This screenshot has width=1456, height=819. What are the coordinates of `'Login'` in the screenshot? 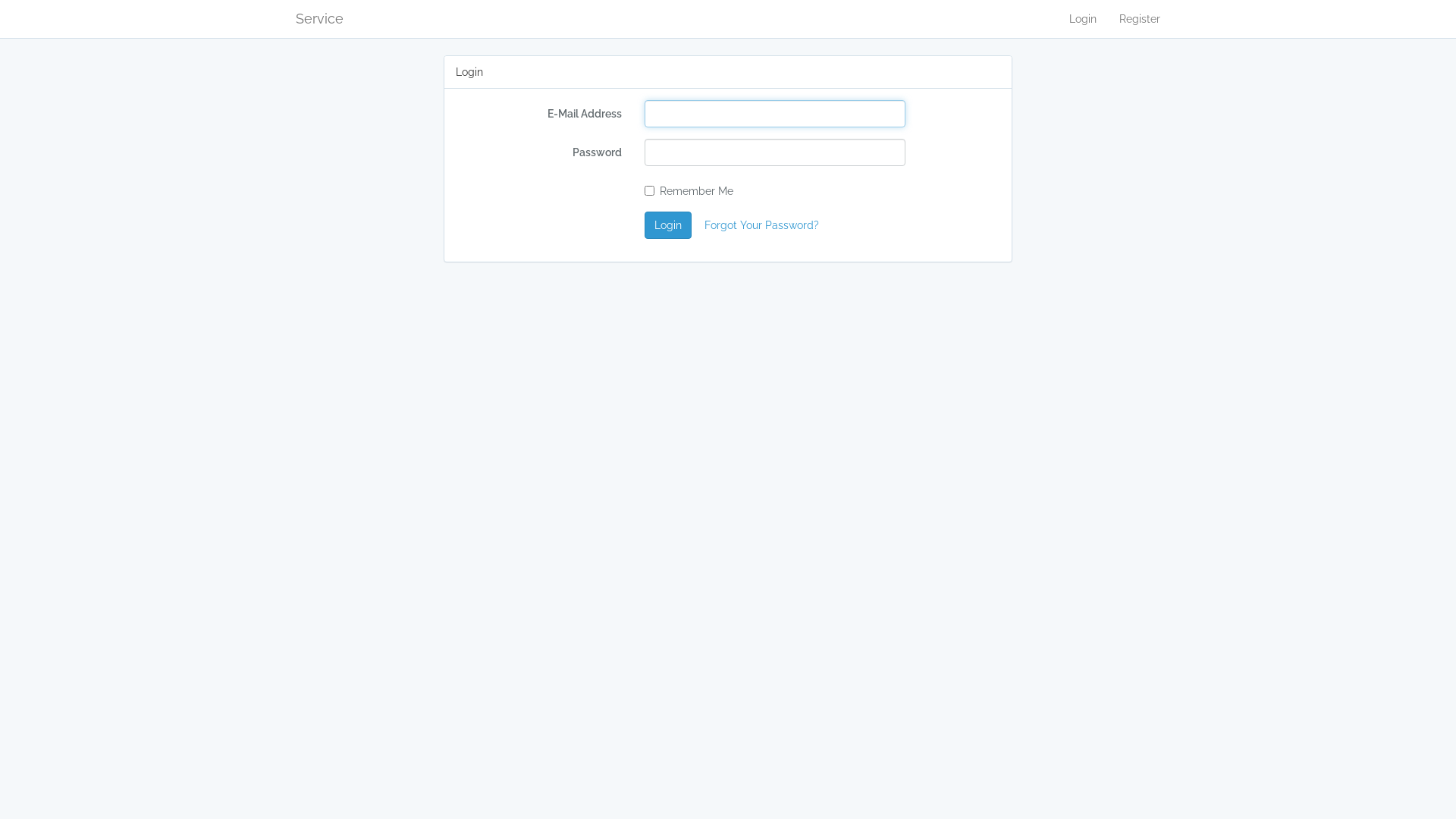 It's located at (1082, 18).